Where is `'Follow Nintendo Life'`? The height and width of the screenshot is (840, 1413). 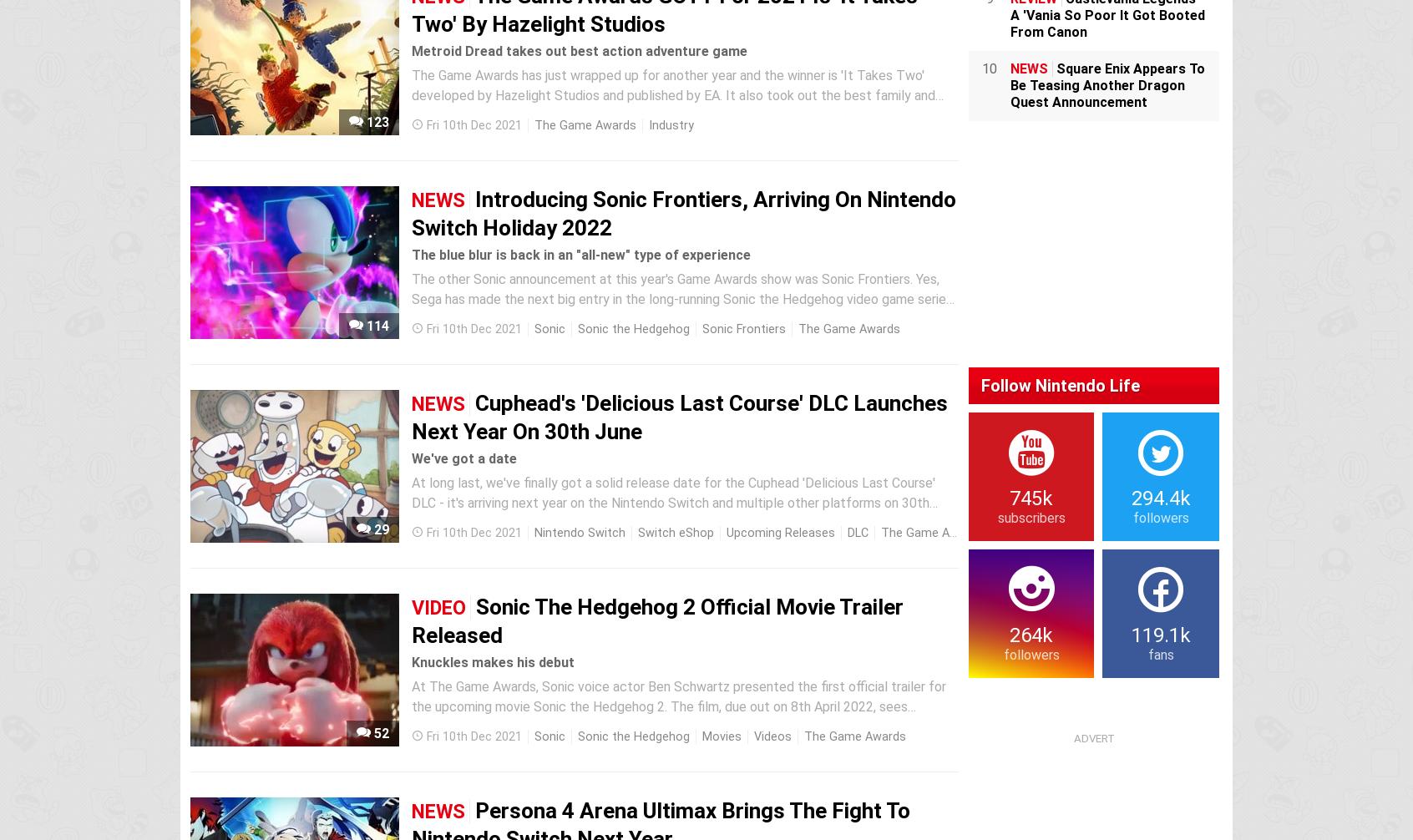
'Follow Nintendo Life' is located at coordinates (1060, 384).